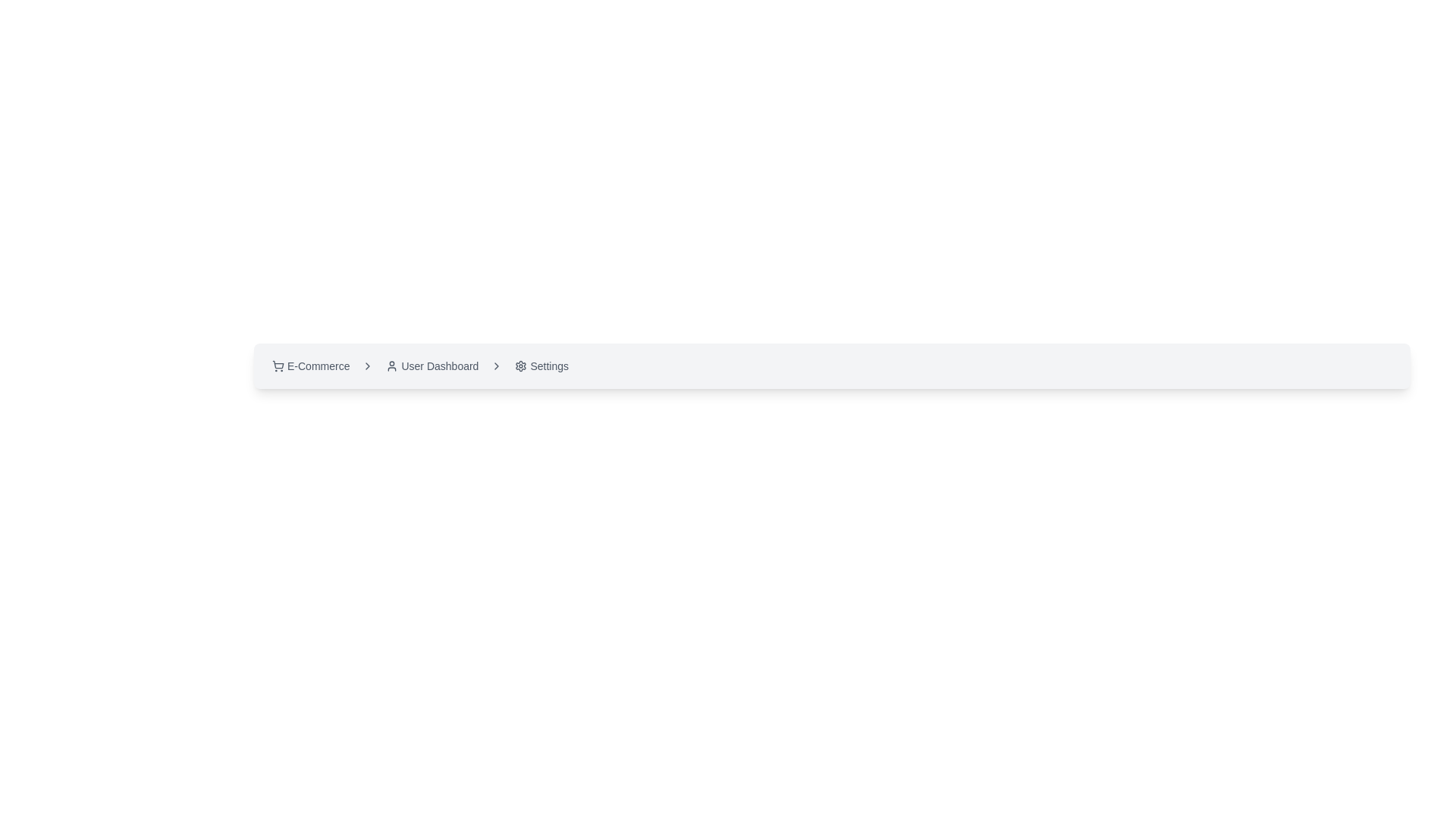 The image size is (1456, 819). Describe the element at coordinates (541, 366) in the screenshot. I see `the settings button located in the navigation bar, which is the third clickable item after 'E-Commerce' and 'User Dashboard', to trigger highlighting` at that location.